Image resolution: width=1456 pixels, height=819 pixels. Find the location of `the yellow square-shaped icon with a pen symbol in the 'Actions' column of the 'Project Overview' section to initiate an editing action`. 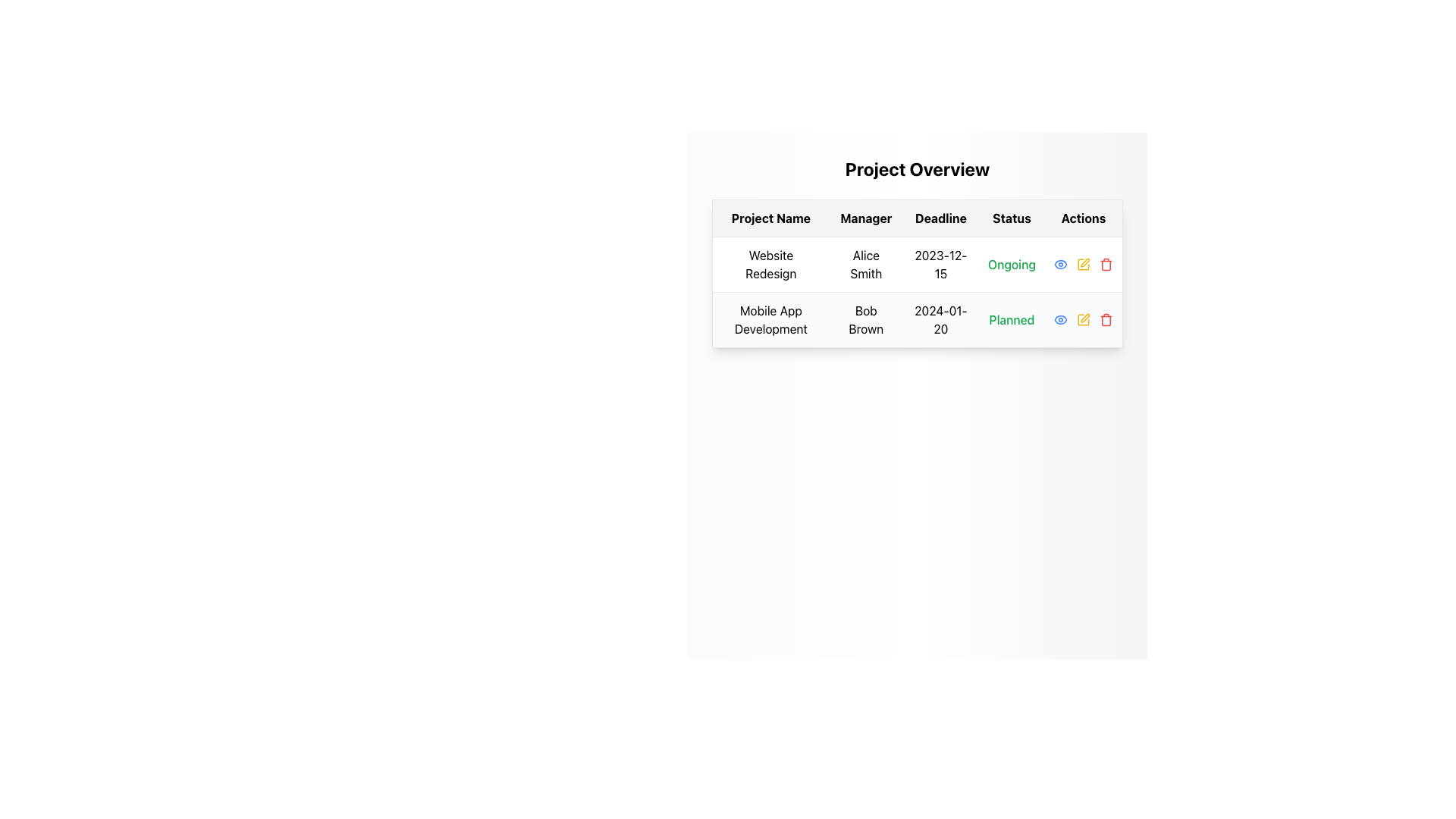

the yellow square-shaped icon with a pen symbol in the 'Actions' column of the 'Project Overview' section to initiate an editing action is located at coordinates (1082, 263).